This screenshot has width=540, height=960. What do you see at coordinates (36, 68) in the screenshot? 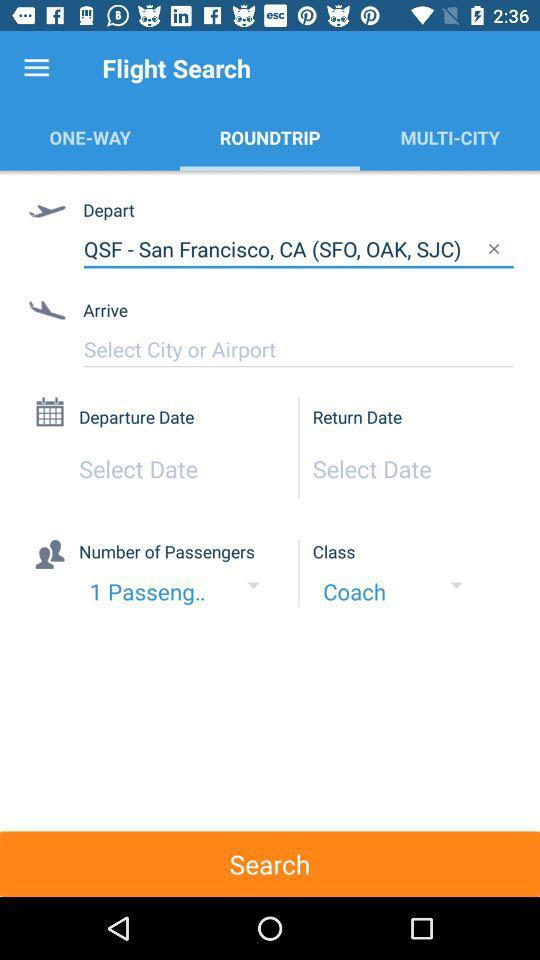
I see `item to the left of the flight search` at bounding box center [36, 68].